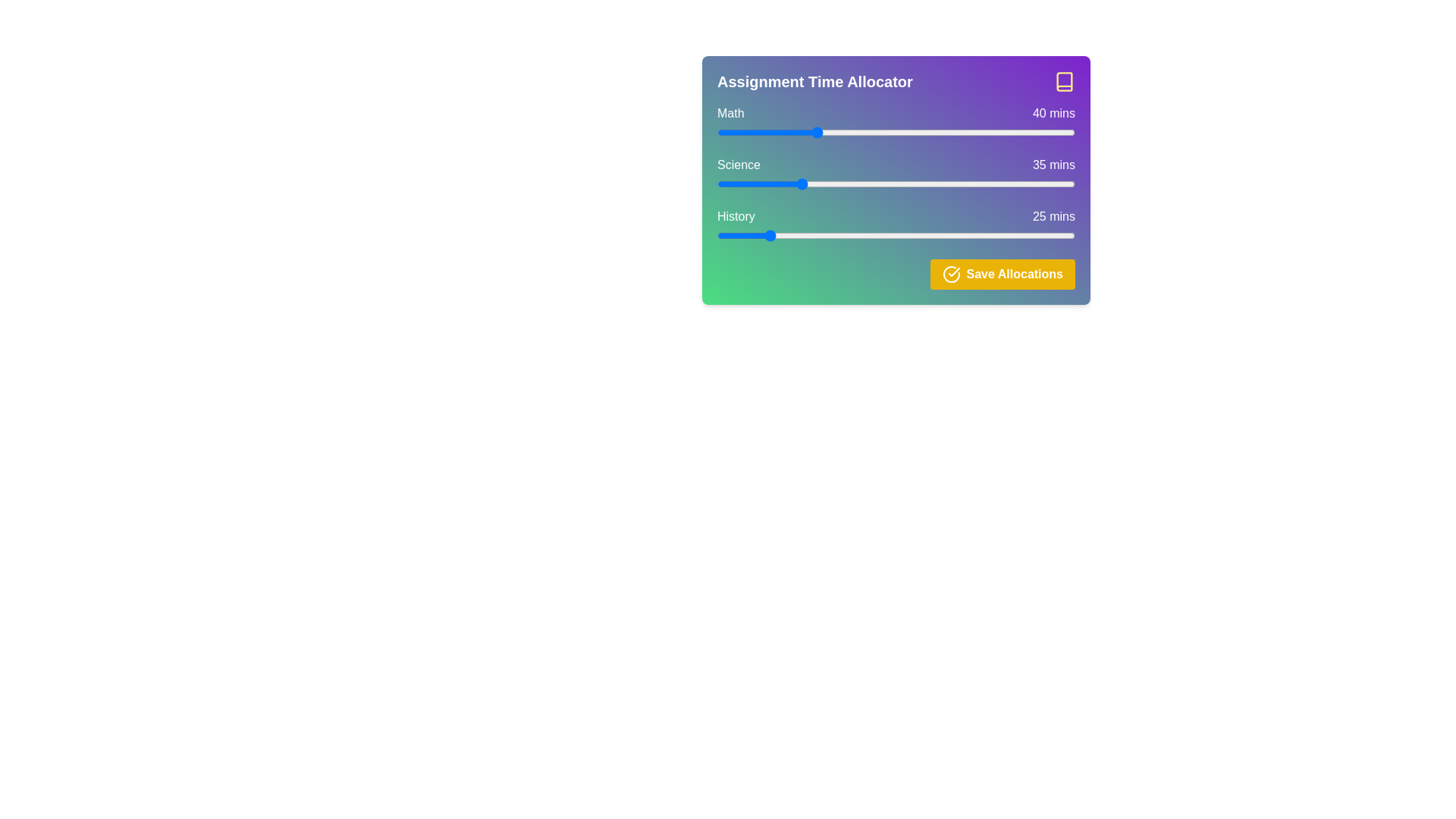 The image size is (1456, 819). I want to click on time allocation for Science, so click(846, 184).